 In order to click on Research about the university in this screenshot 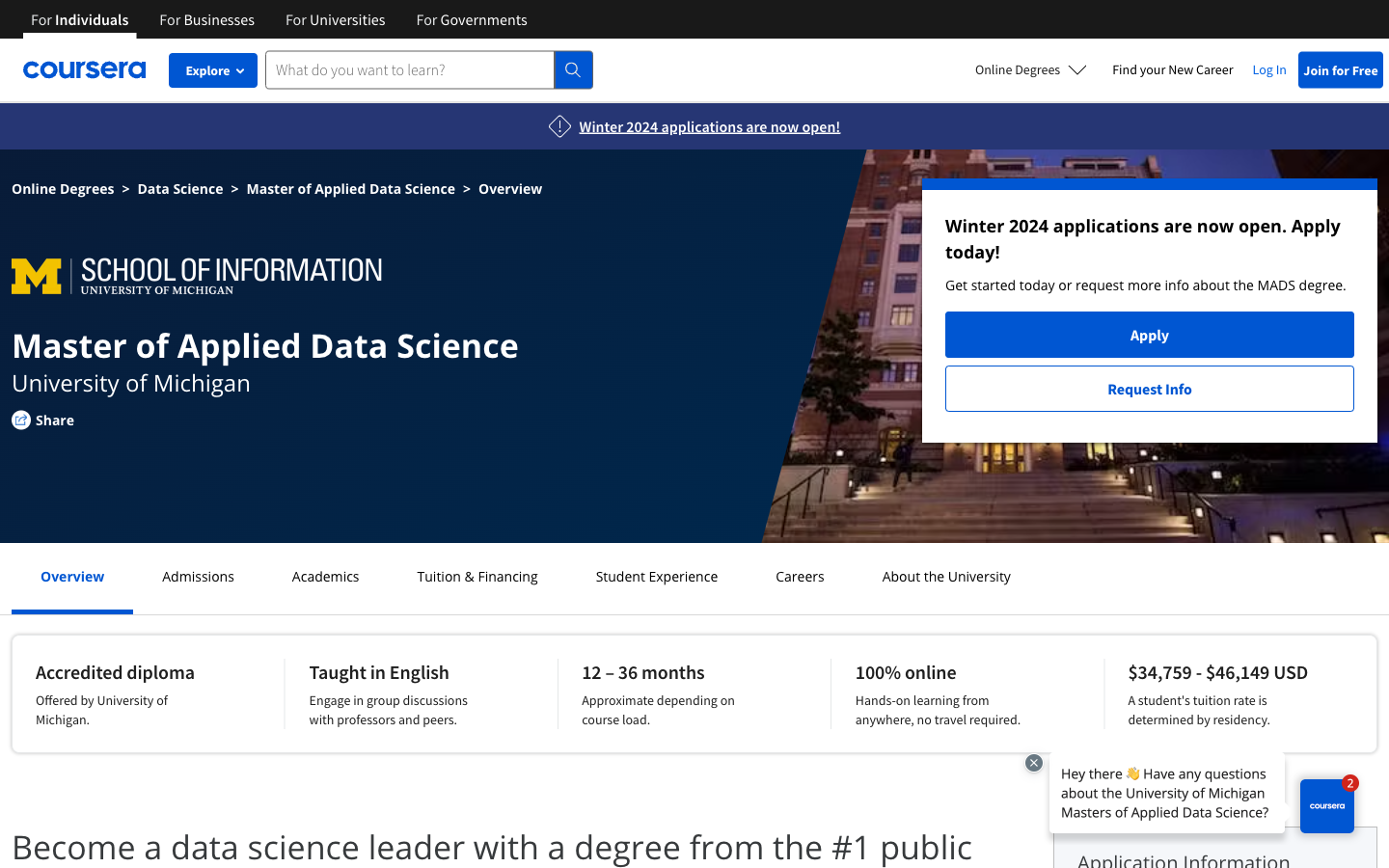, I will do `click(945, 576)`.